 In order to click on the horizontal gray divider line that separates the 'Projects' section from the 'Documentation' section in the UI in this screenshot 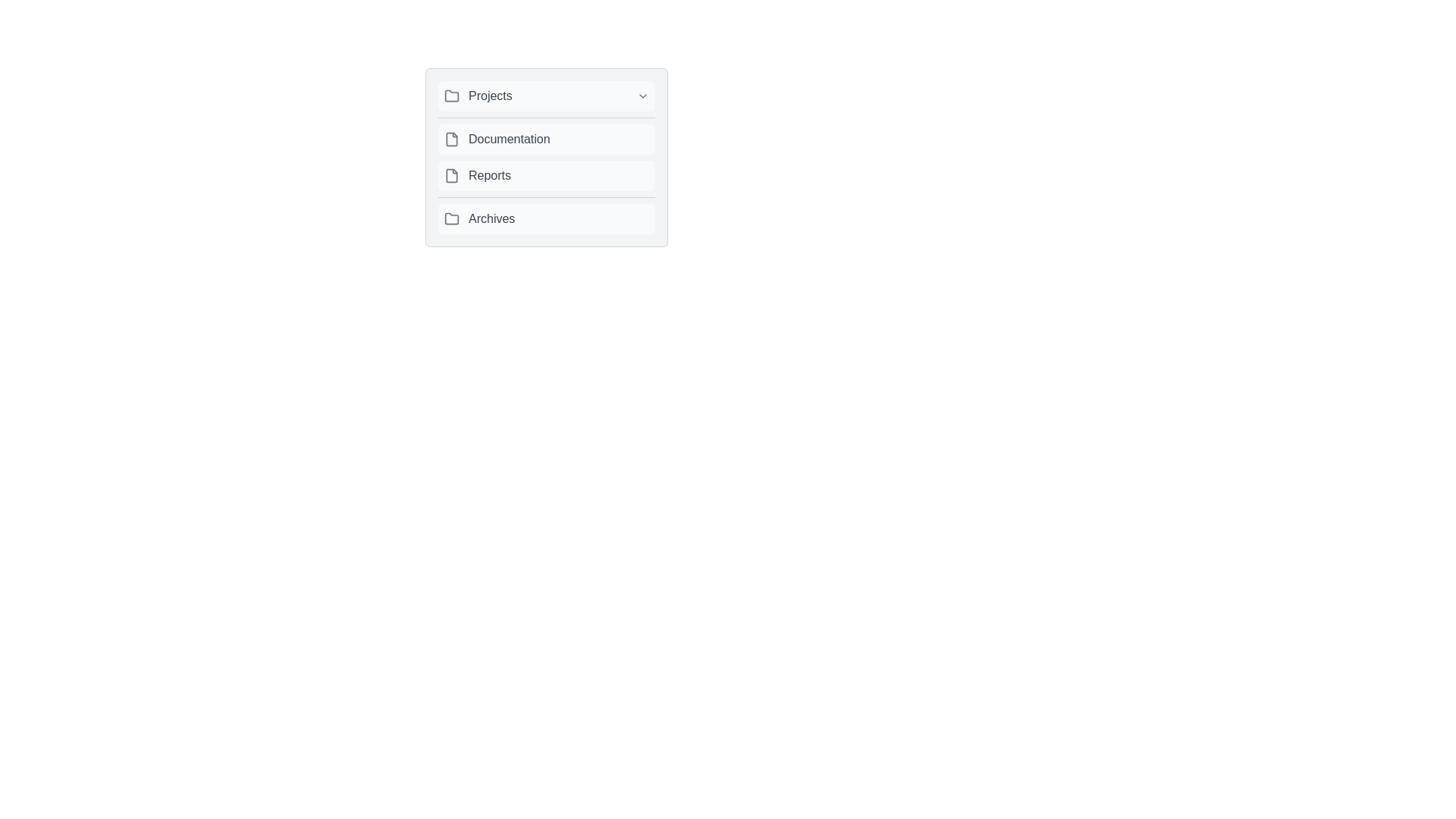, I will do `click(546, 117)`.